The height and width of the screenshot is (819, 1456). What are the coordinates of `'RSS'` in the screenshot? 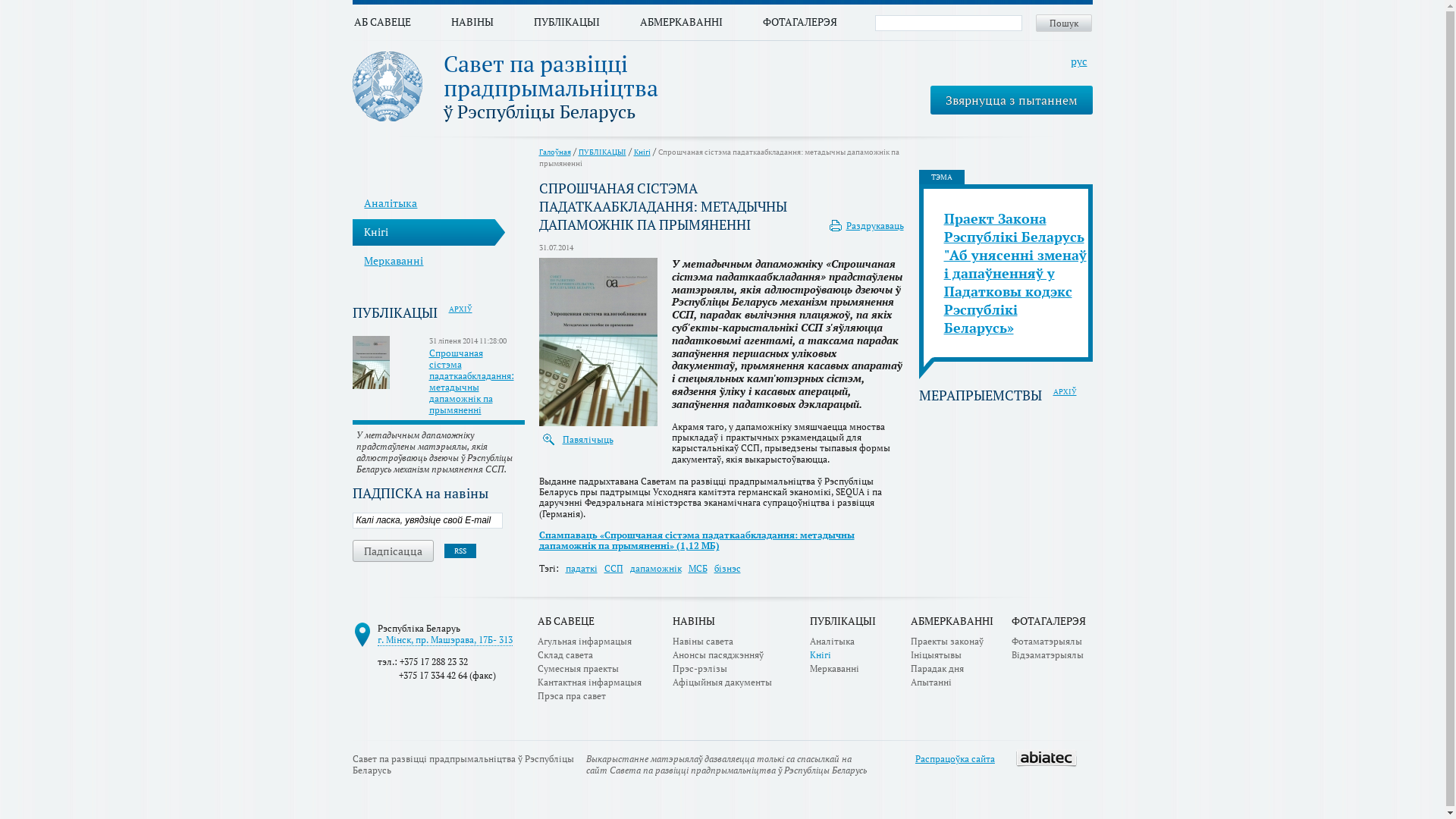 It's located at (459, 551).